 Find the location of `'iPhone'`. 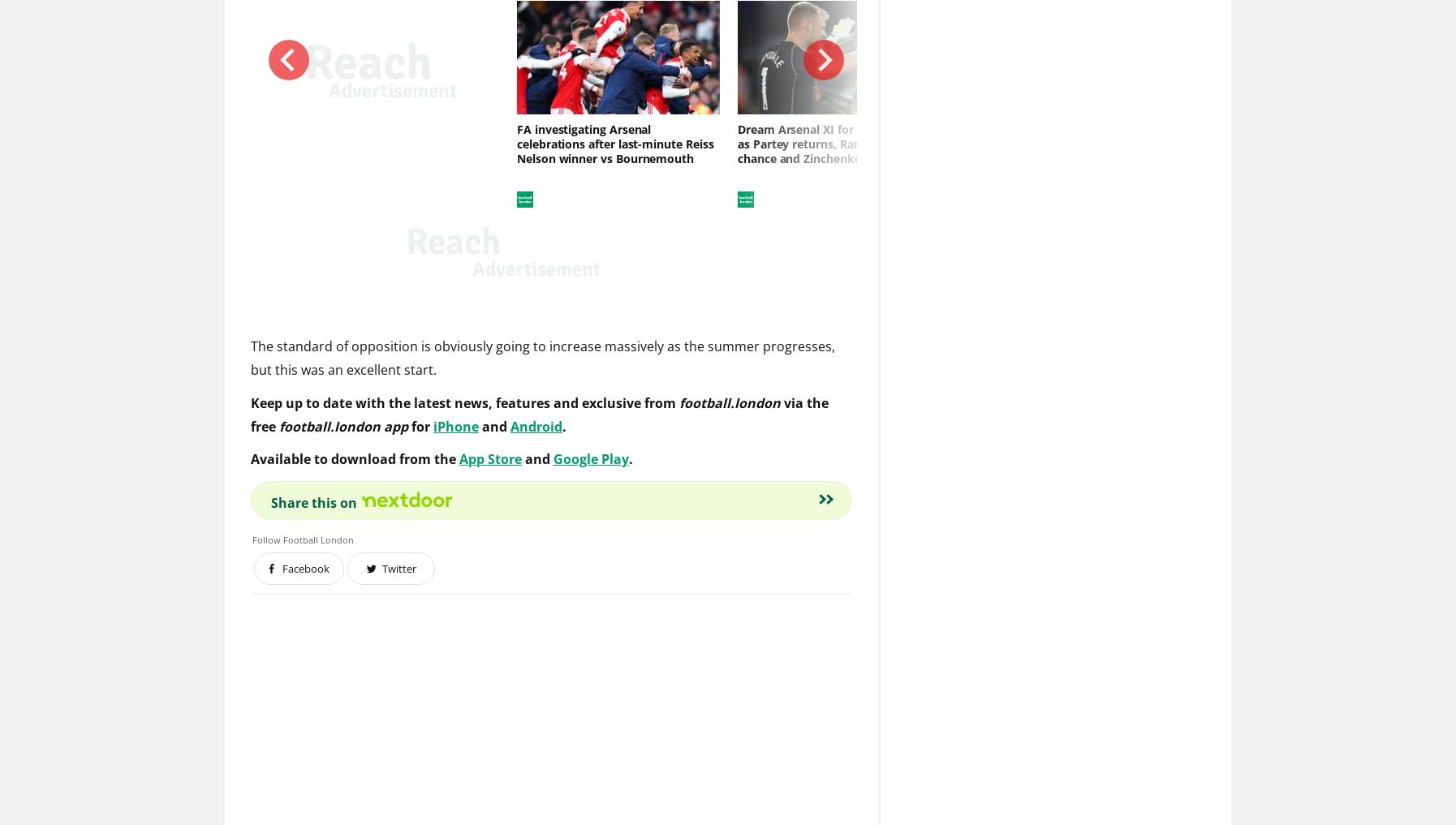

'iPhone' is located at coordinates (456, 428).